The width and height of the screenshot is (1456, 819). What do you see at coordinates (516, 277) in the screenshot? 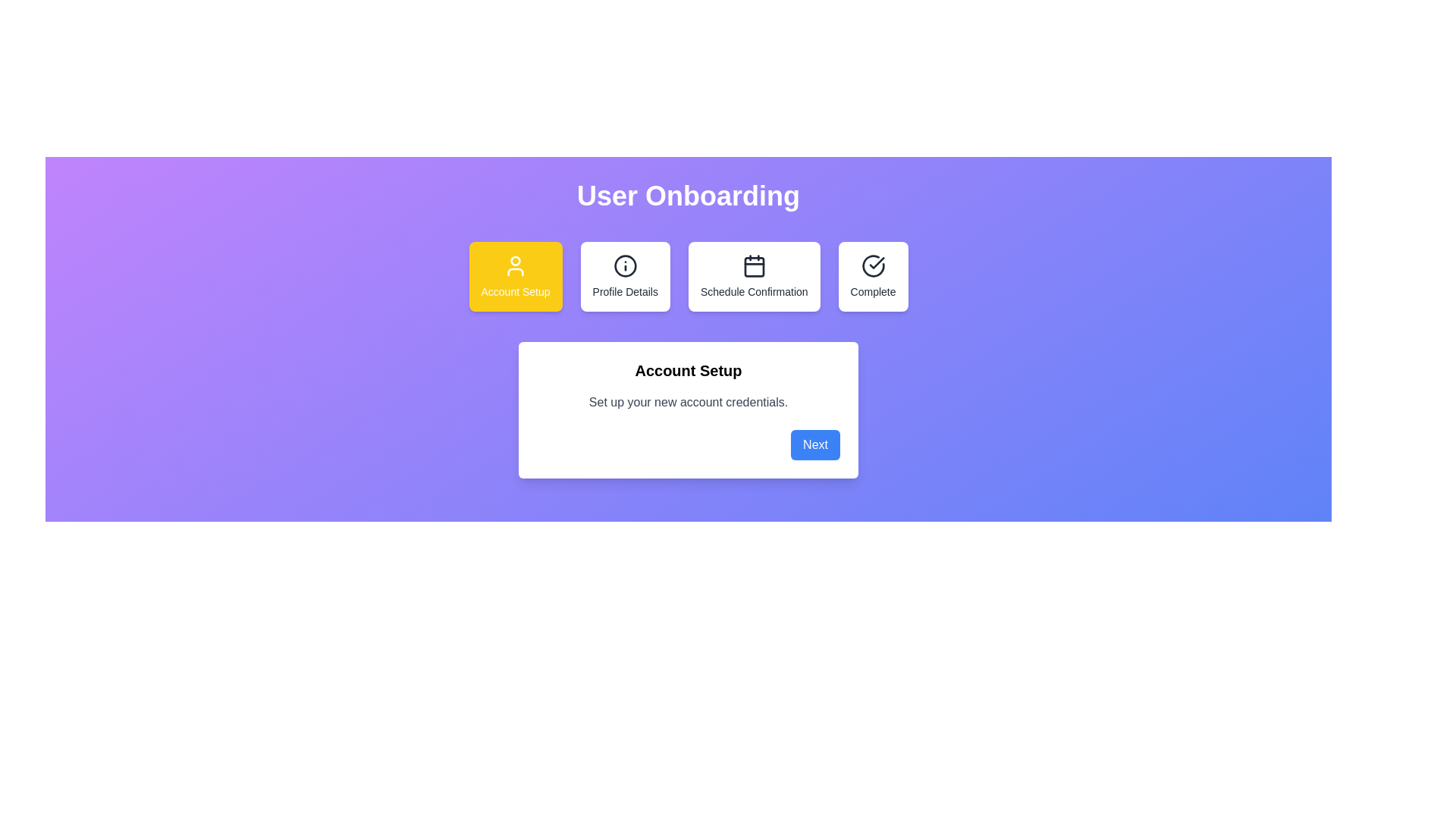
I see `the step icon for Account Setup to navigate to that step` at bounding box center [516, 277].